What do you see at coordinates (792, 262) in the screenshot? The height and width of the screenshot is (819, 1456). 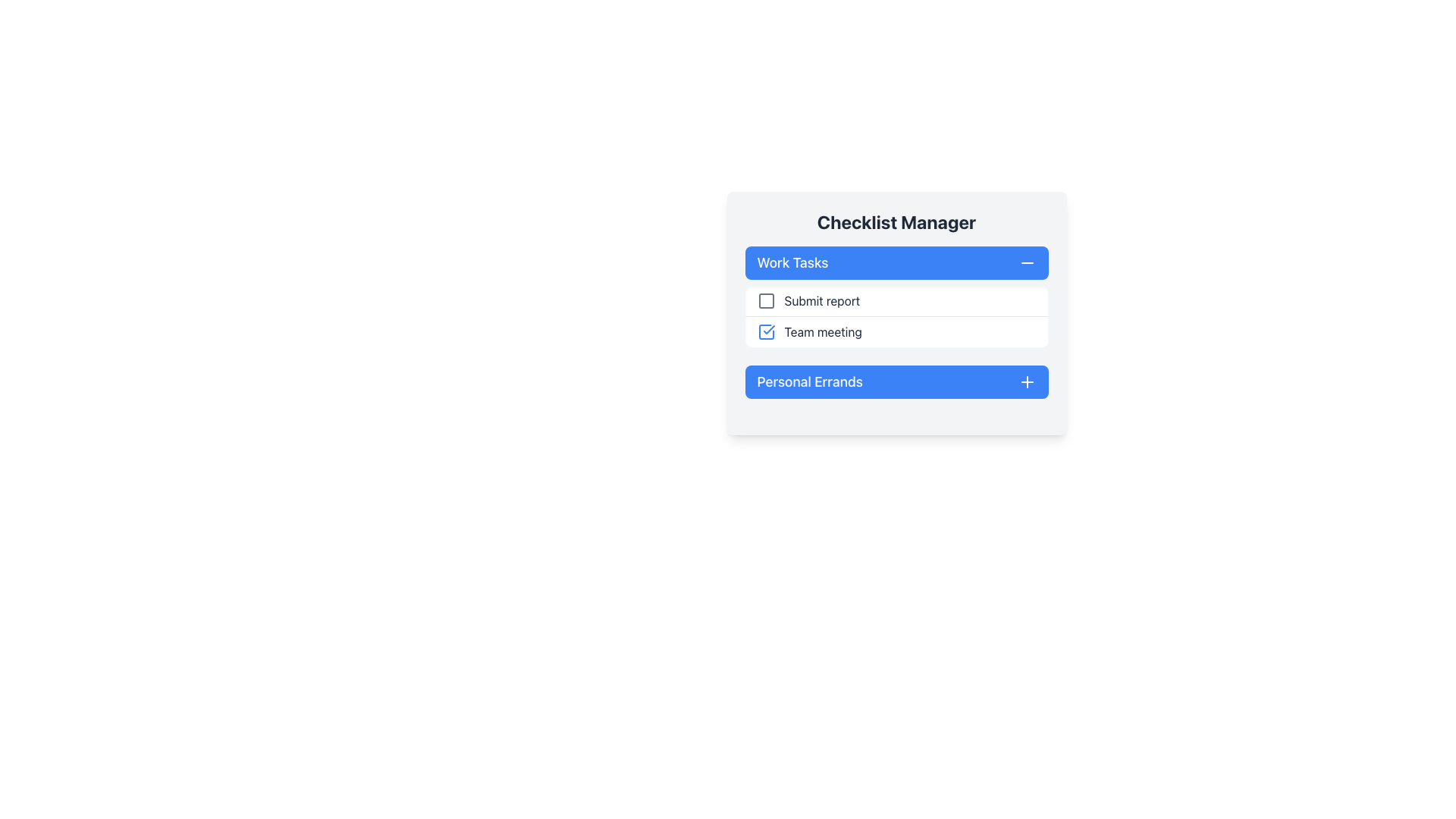 I see `the 'Work Tasks' text label, which identifies the category of tasks and is positioned at the left side of the horizontal bar in the task list interface` at bounding box center [792, 262].